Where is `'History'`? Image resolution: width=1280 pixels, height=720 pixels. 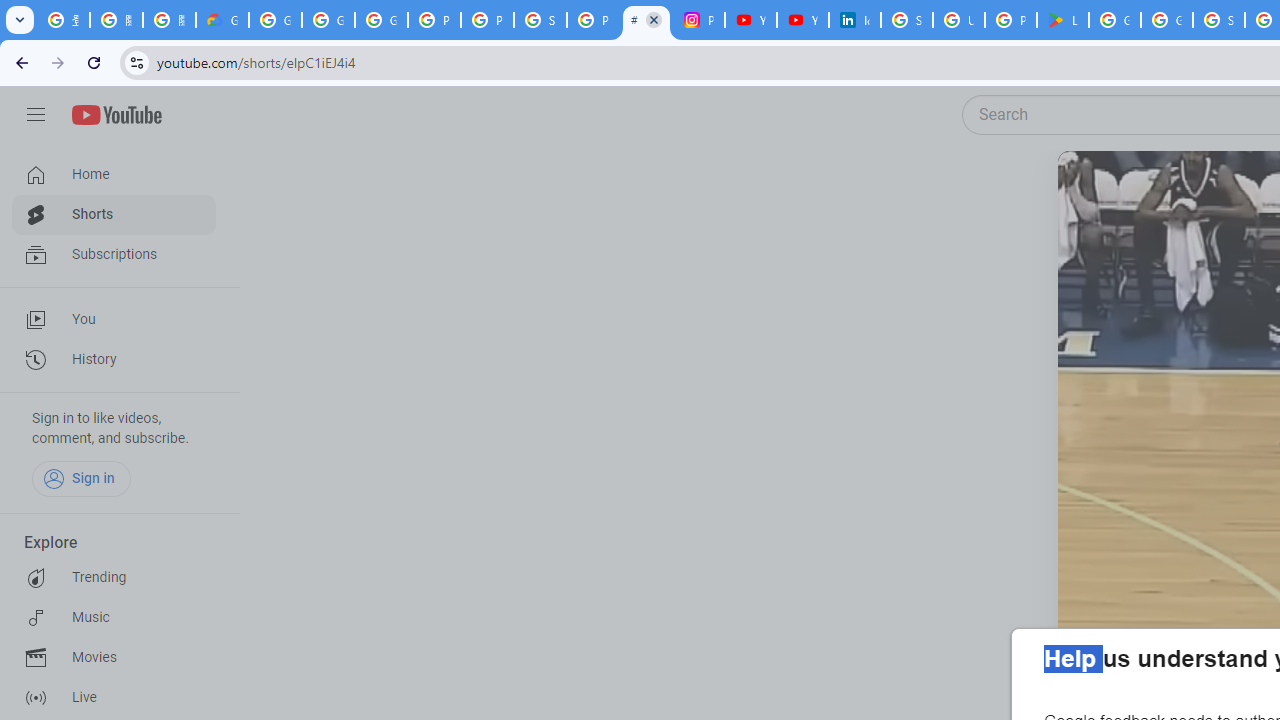
'History' is located at coordinates (112, 360).